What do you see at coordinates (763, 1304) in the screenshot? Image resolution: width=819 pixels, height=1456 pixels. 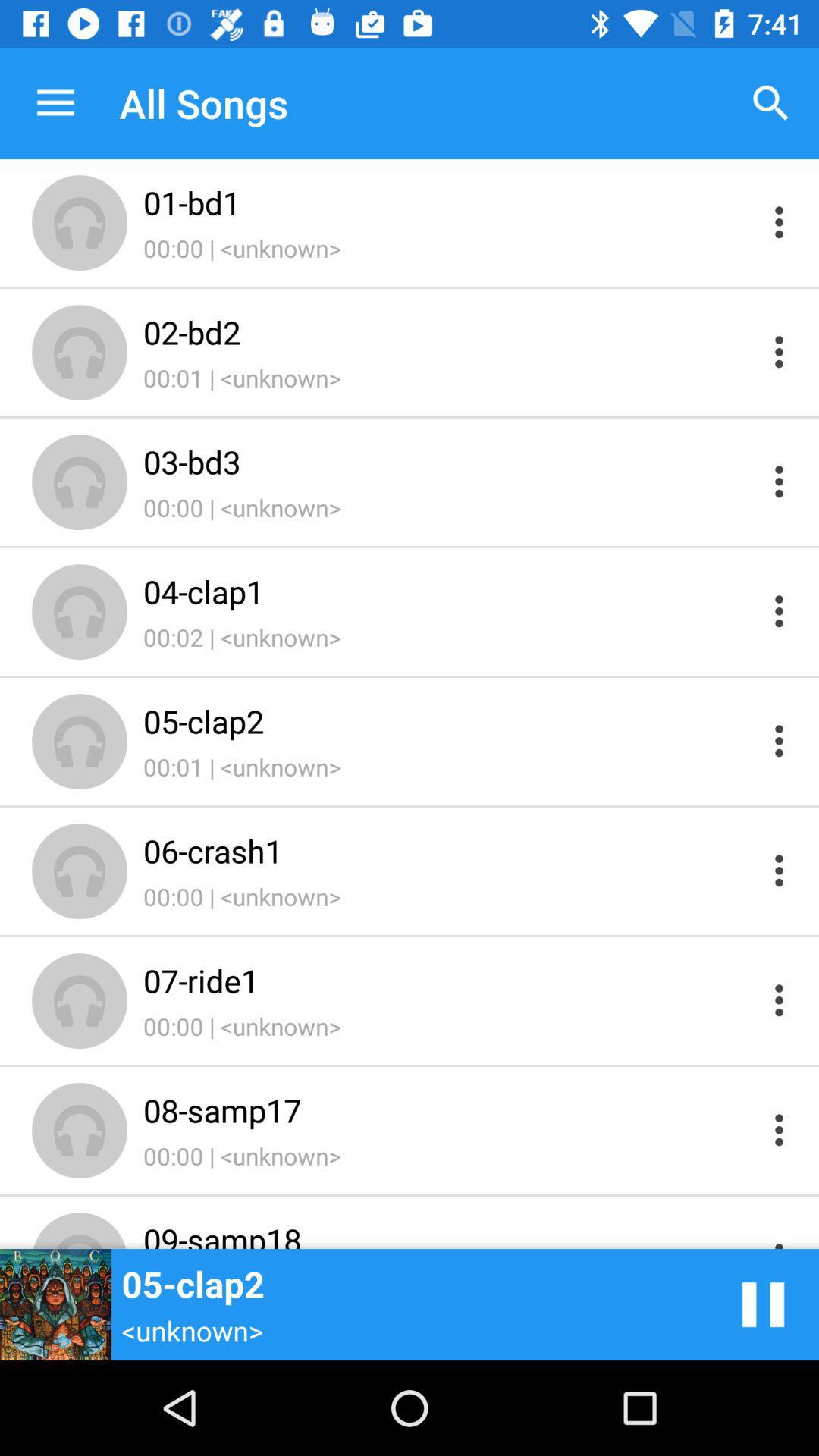 I see `pause song` at bounding box center [763, 1304].